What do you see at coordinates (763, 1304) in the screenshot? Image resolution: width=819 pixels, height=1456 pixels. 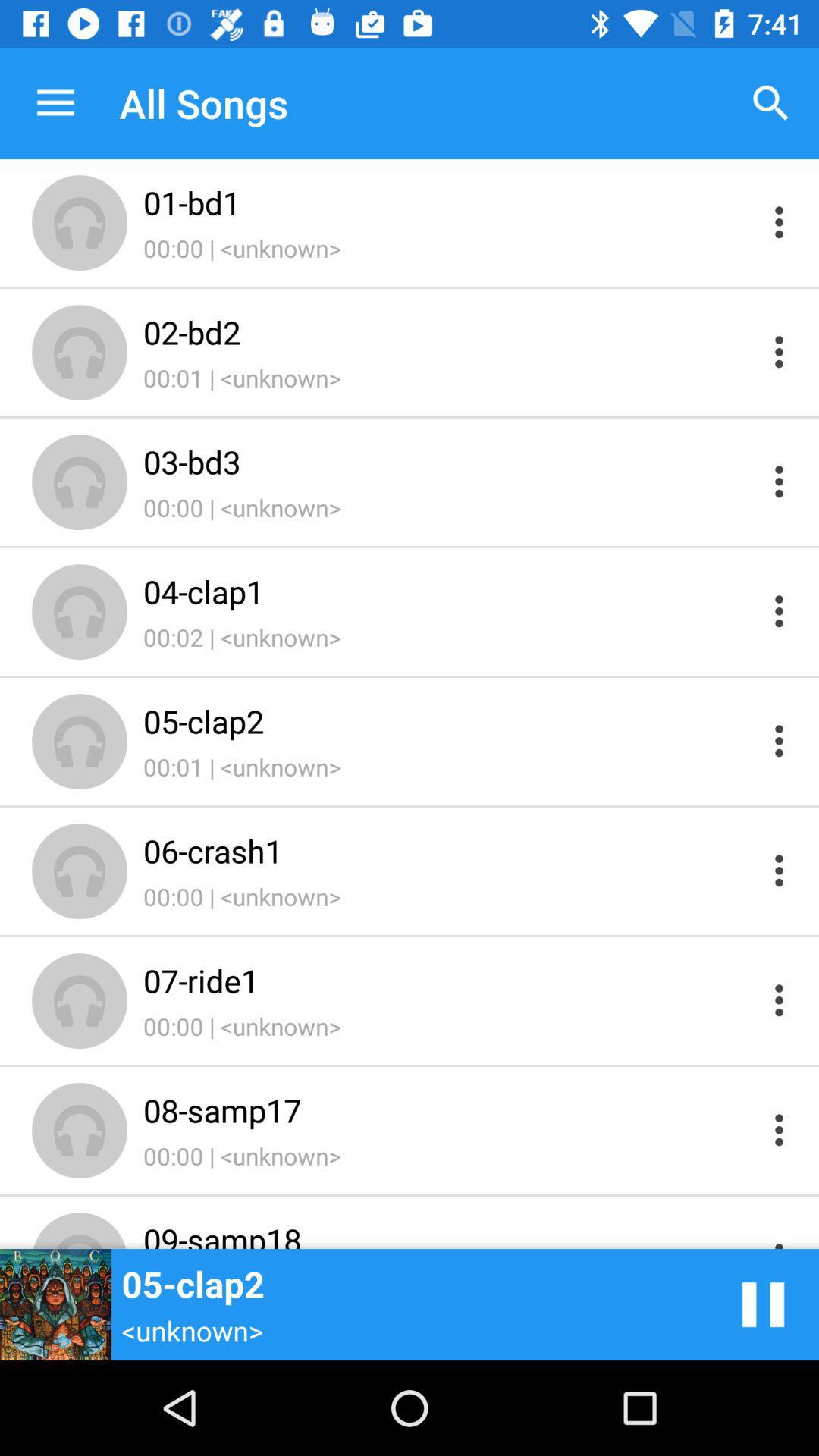 I see `pause song` at bounding box center [763, 1304].